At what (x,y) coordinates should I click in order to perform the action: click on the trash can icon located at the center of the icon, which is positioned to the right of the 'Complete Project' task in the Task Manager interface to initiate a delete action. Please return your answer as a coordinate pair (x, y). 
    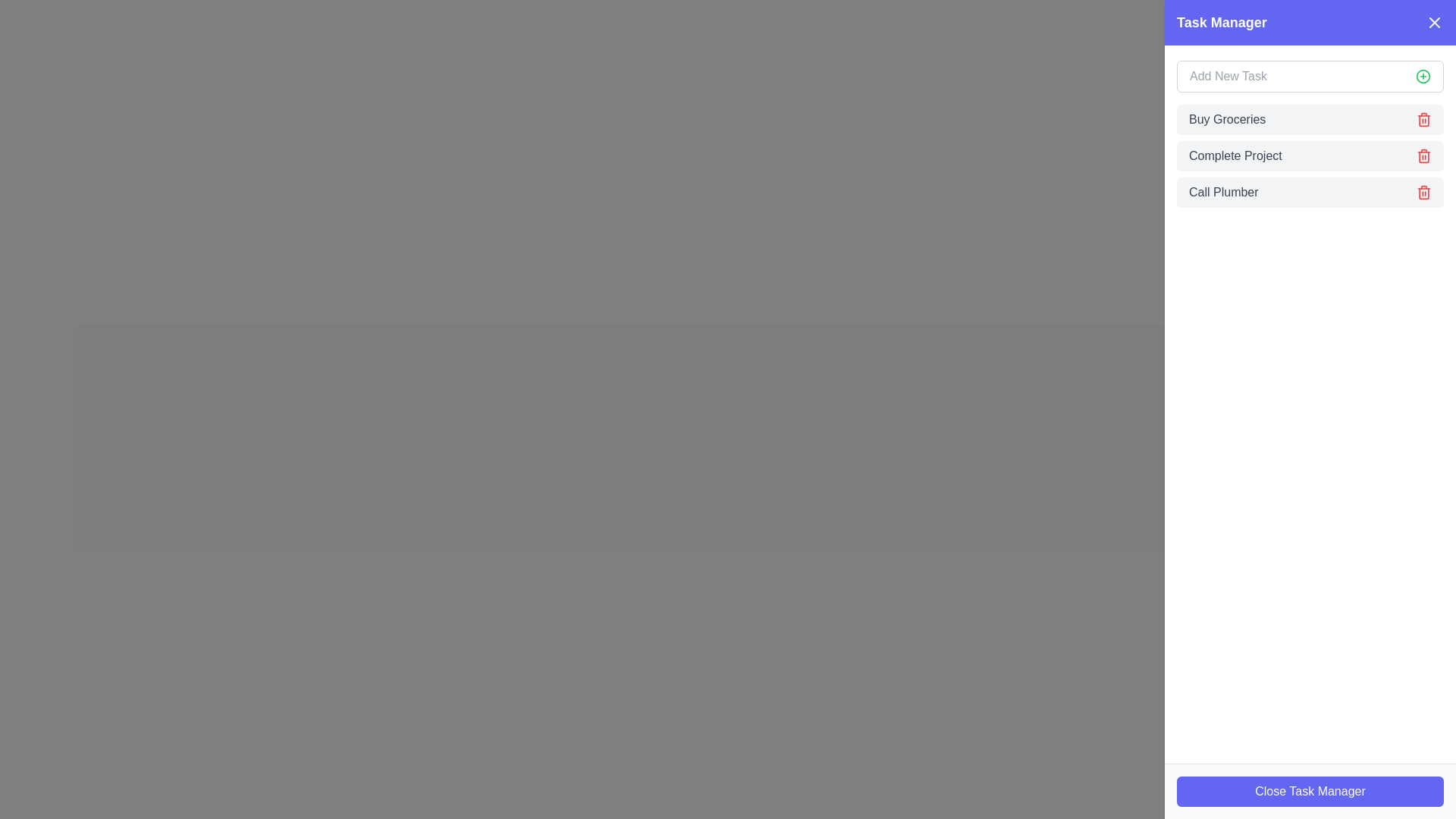
    Looking at the image, I should click on (1423, 157).